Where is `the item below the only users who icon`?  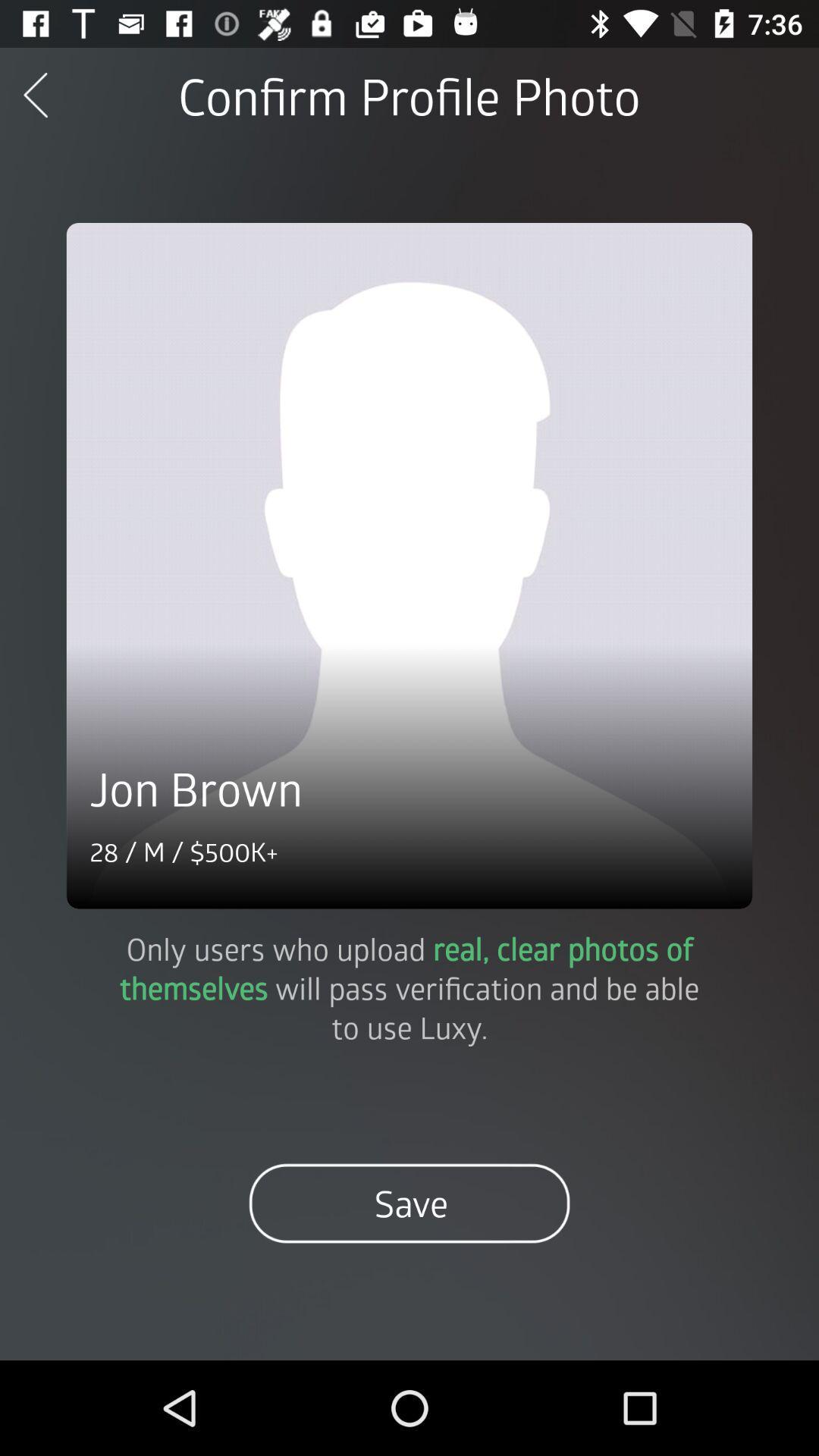
the item below the only users who icon is located at coordinates (409, 1203).